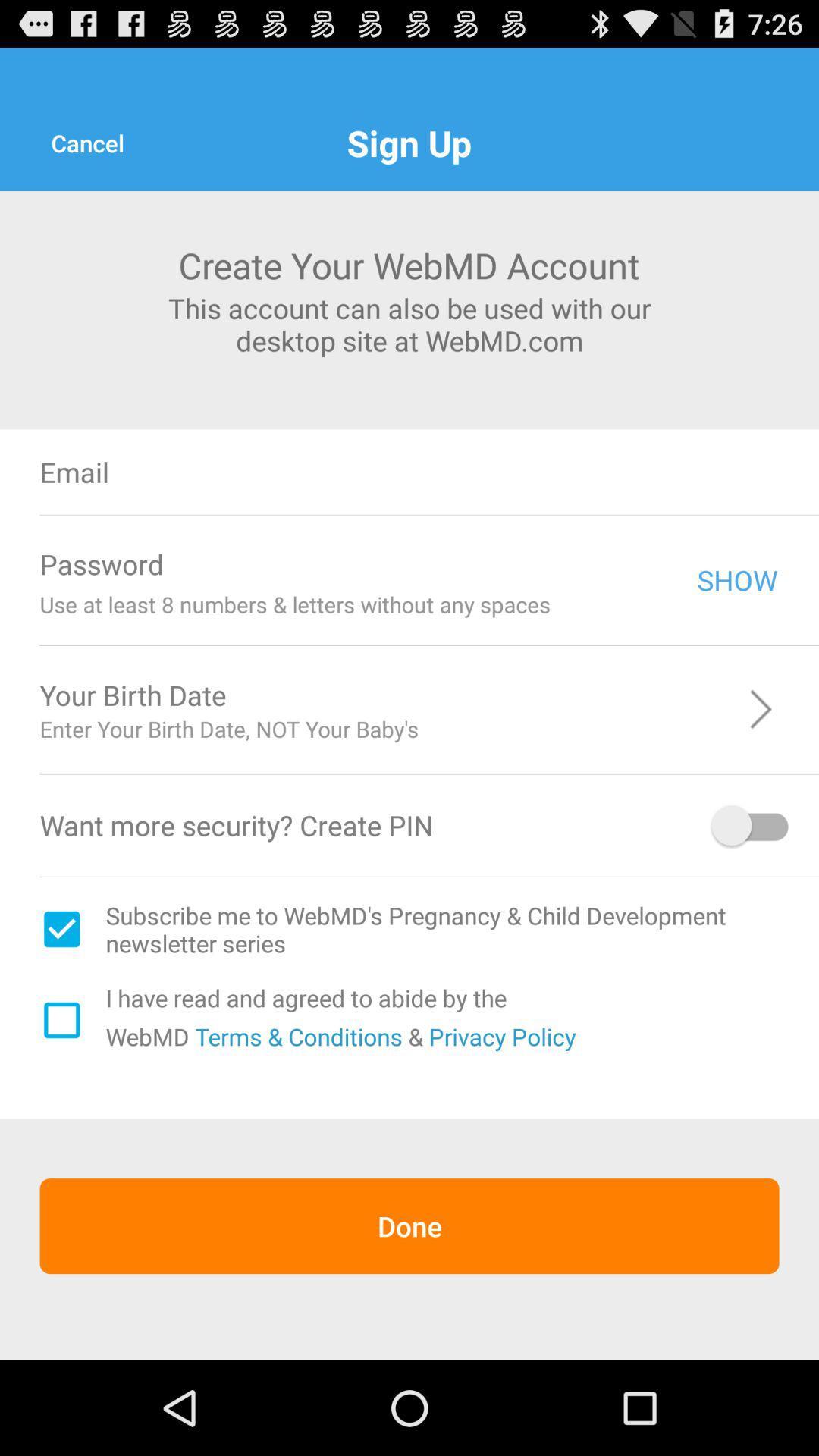 This screenshot has height=1456, width=819. What do you see at coordinates (752, 824) in the screenshot?
I see `security pin` at bounding box center [752, 824].